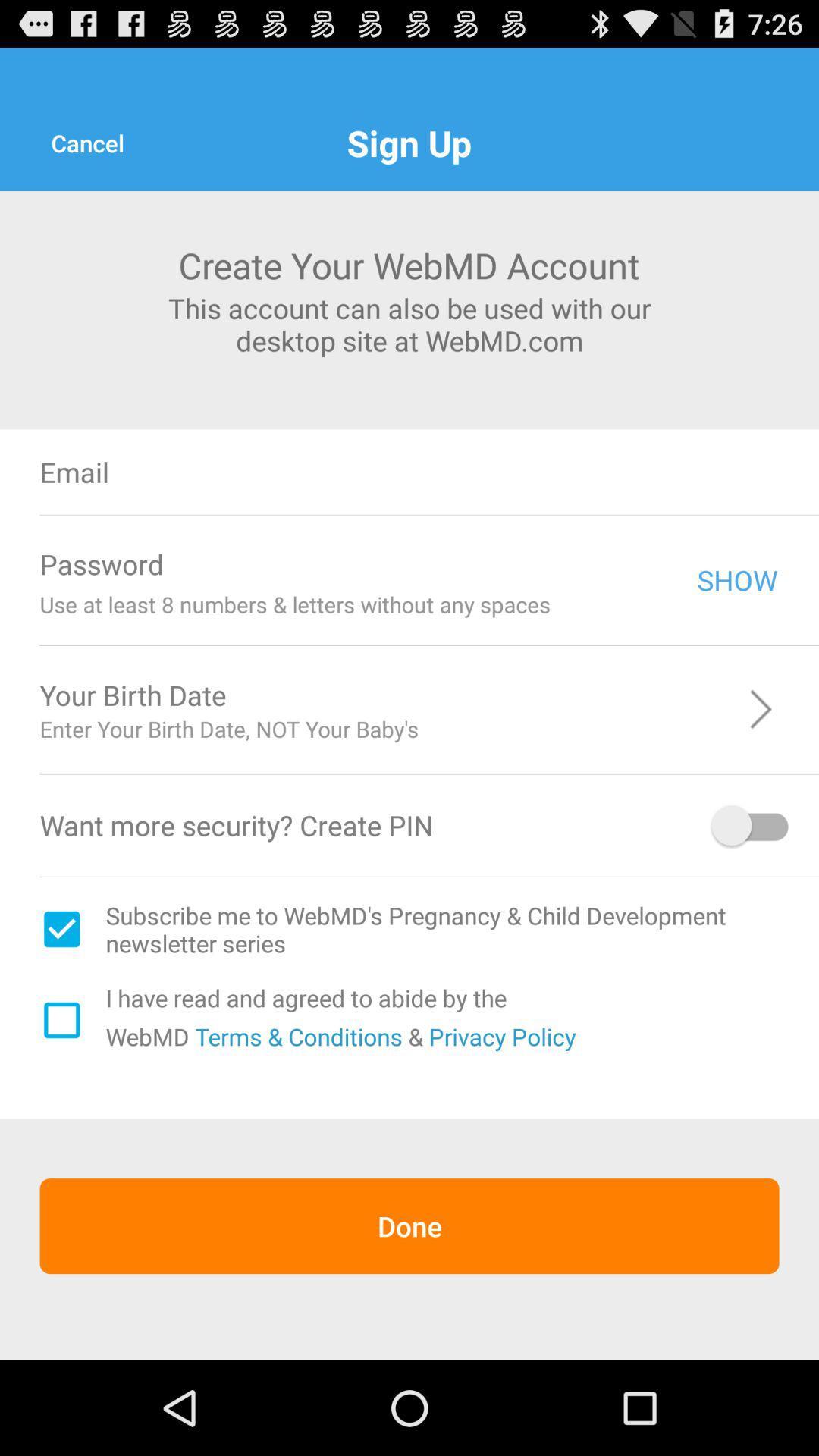 This screenshot has height=1456, width=819. What do you see at coordinates (752, 824) in the screenshot?
I see `security pin` at bounding box center [752, 824].